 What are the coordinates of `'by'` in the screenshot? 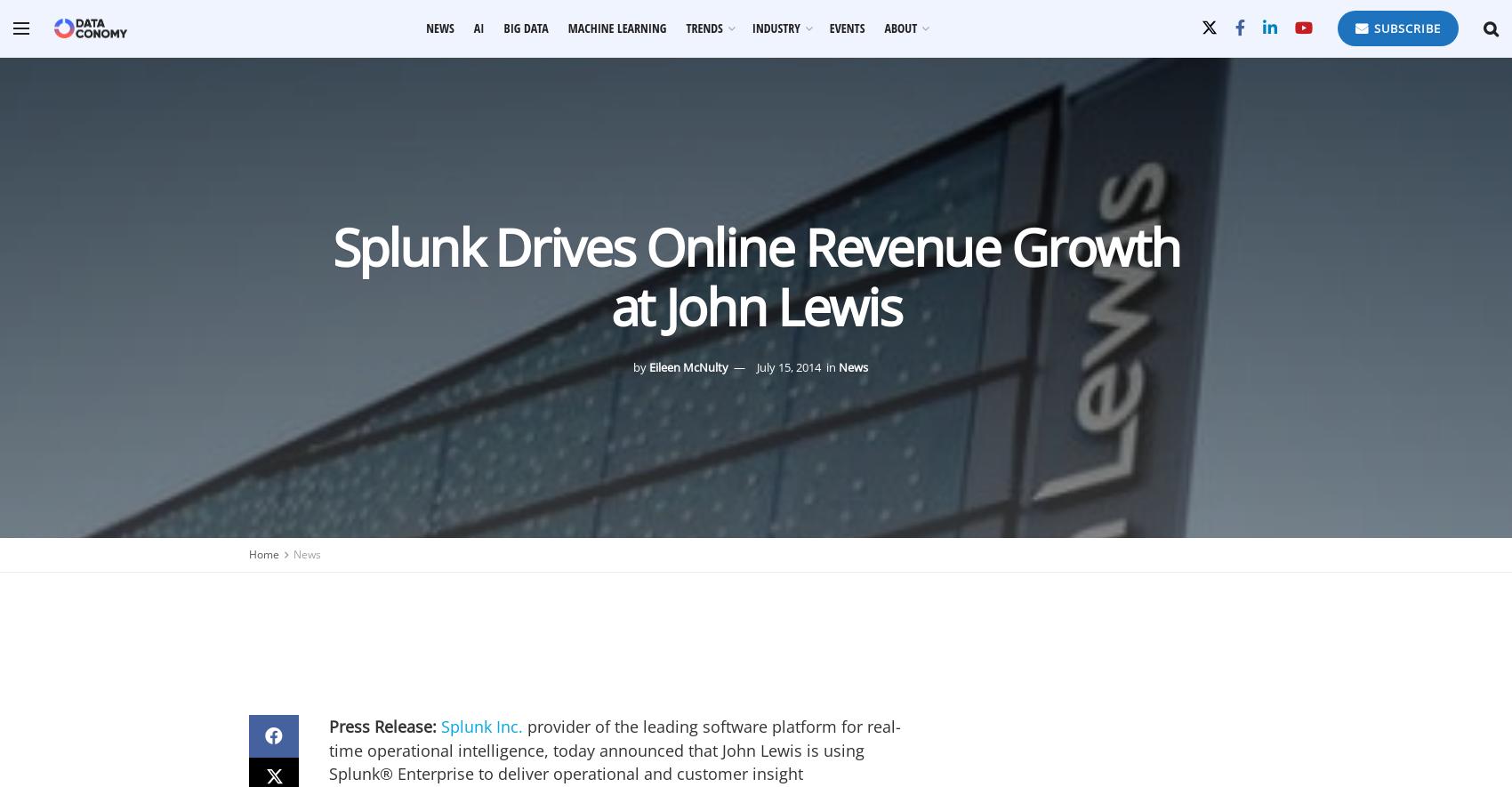 It's located at (639, 367).